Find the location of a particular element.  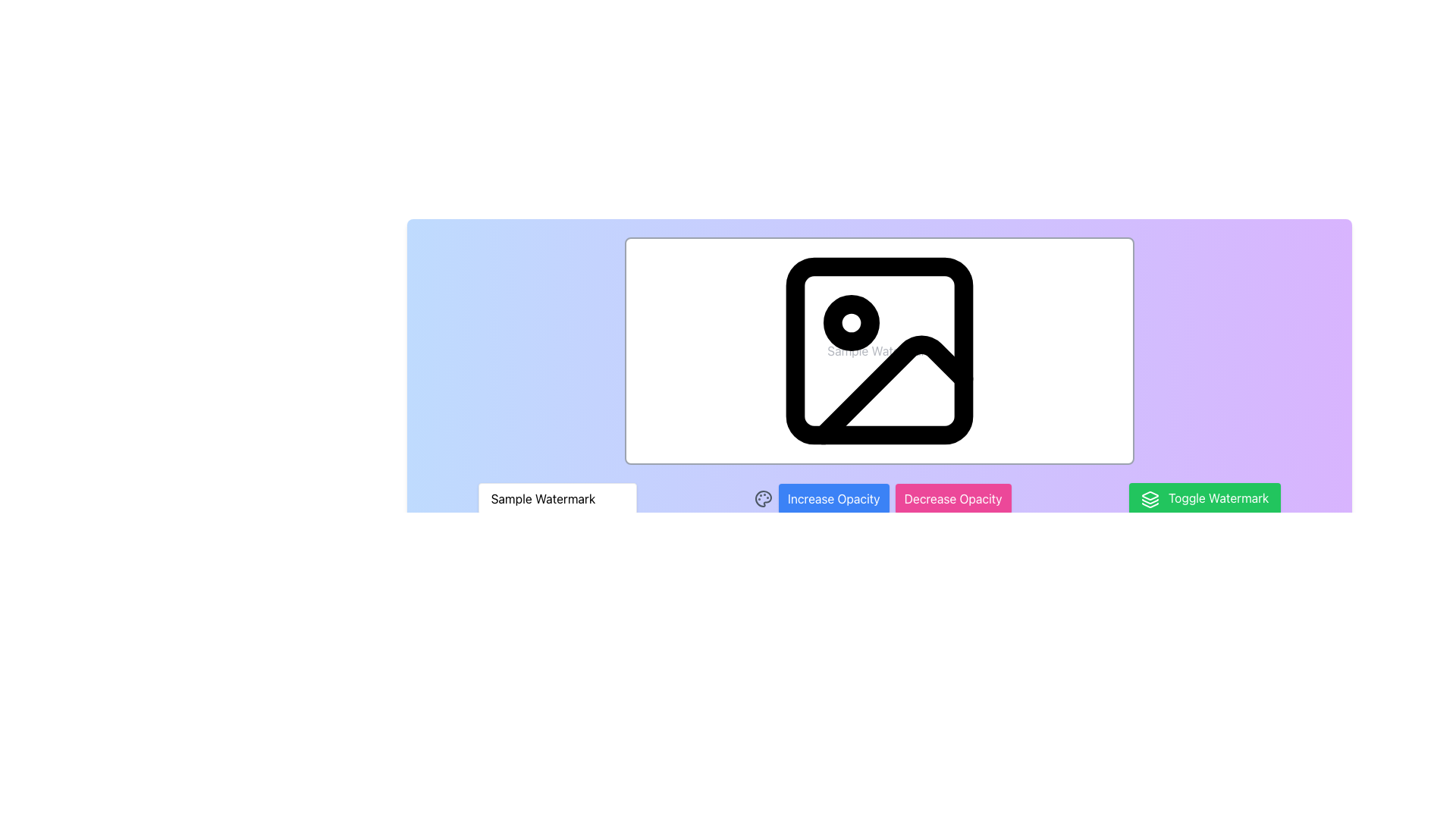

the 'Toggle Watermark' button, which is located at the bottom-right corner of the interface and has an icon representing a stacked layer to its left is located at coordinates (1150, 499).